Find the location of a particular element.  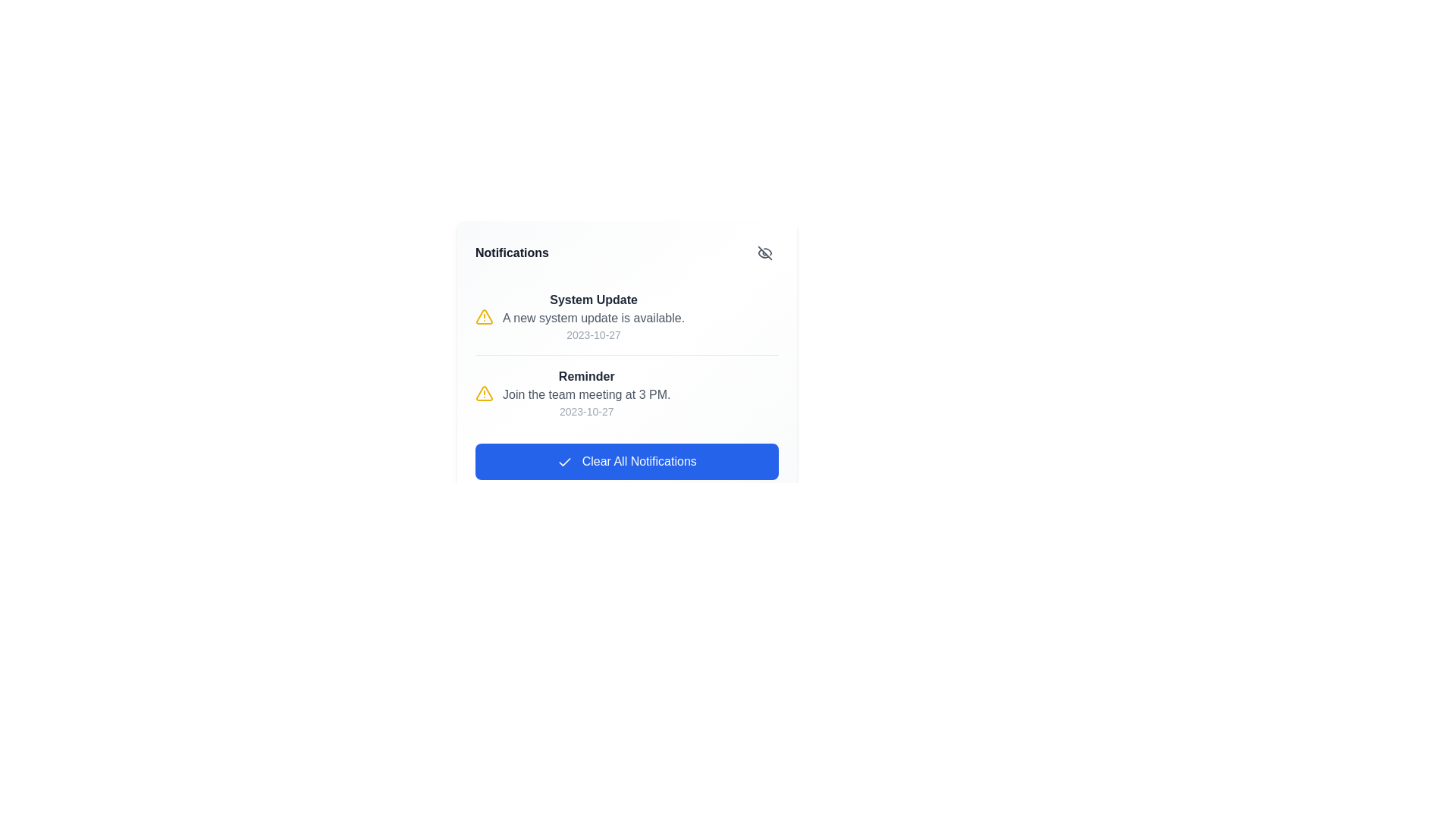

the date text label displaying '2023-10-27', which is styled in light gray and located under the descriptive text in the 'System Update' notification box is located at coordinates (592, 334).